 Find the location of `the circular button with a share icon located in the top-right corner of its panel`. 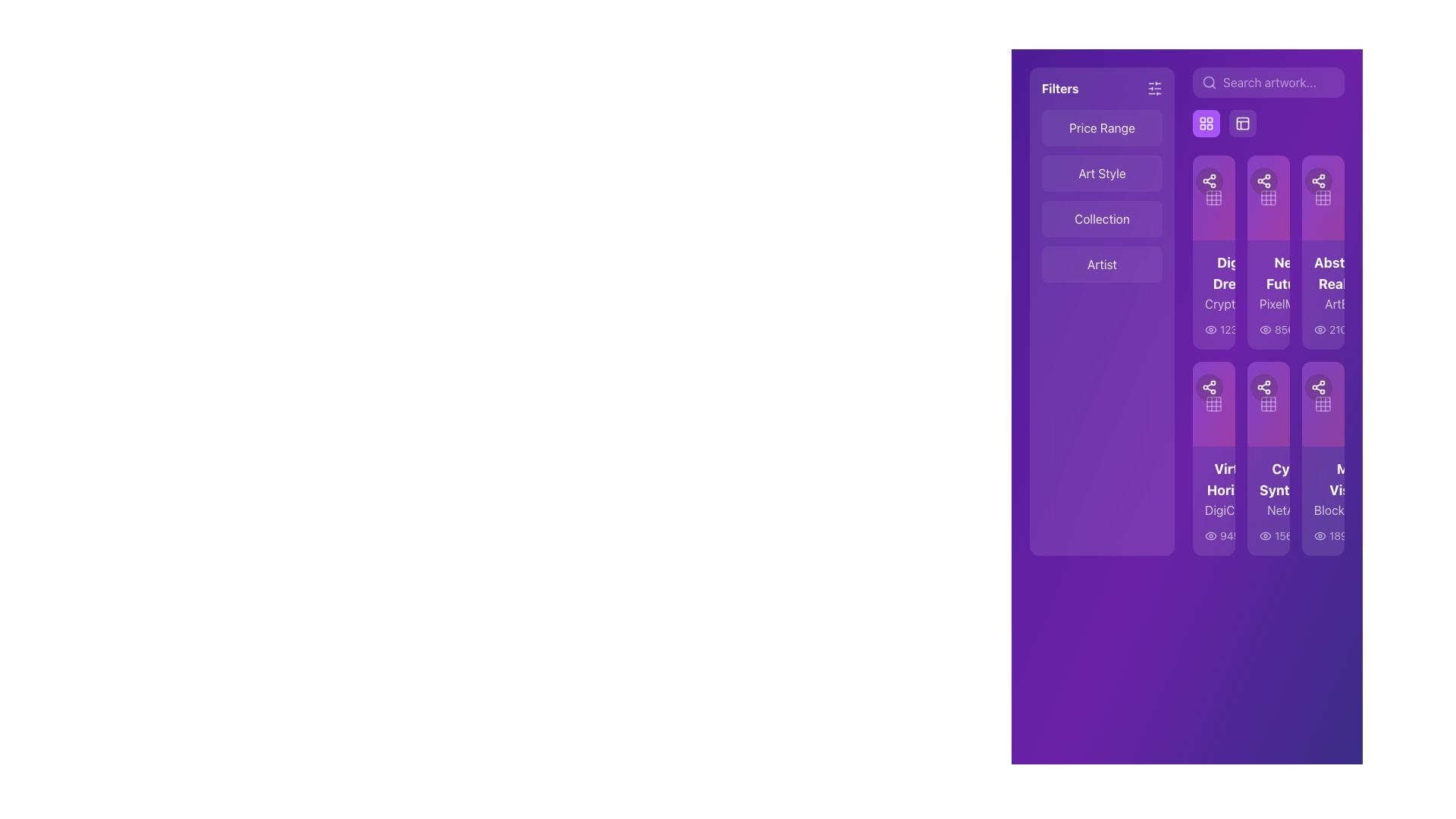

the circular button with a share icon located in the top-right corner of its panel is located at coordinates (1317, 180).